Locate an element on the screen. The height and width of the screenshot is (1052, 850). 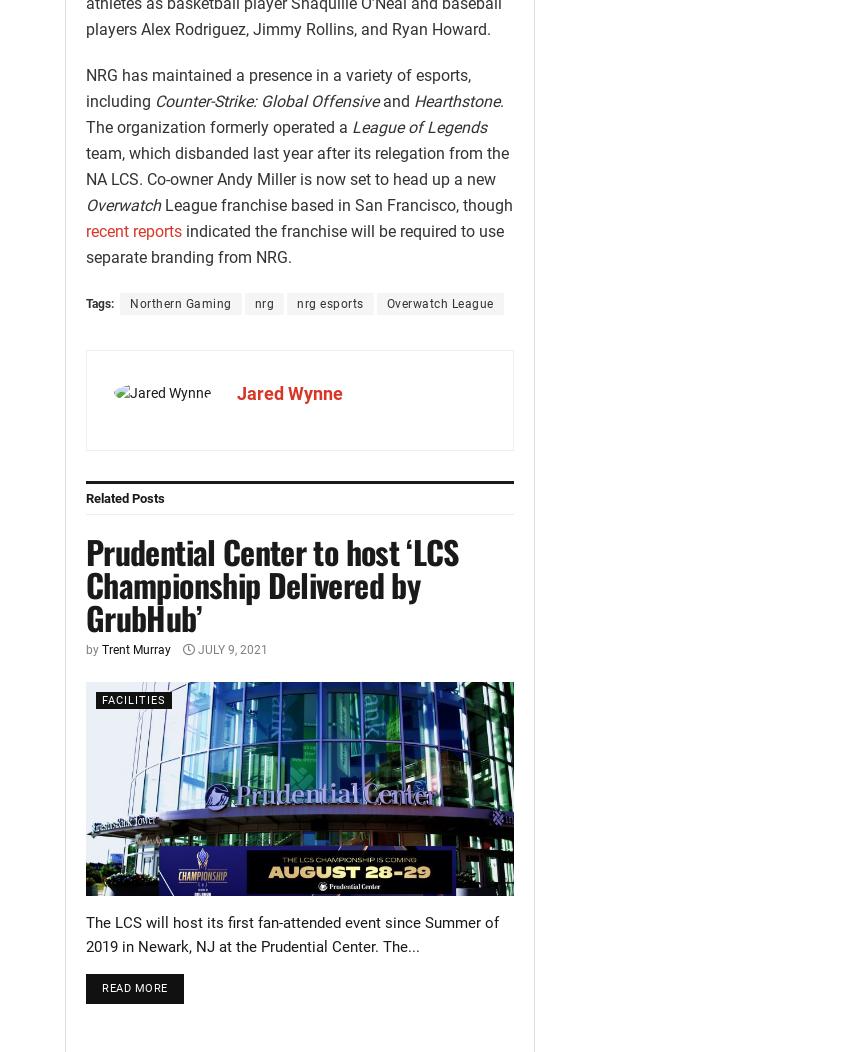
'team, which disbanded last year after its relegation from the NA LCS. Co-owner Andy Miller is now set to head up a new' is located at coordinates (296, 164).